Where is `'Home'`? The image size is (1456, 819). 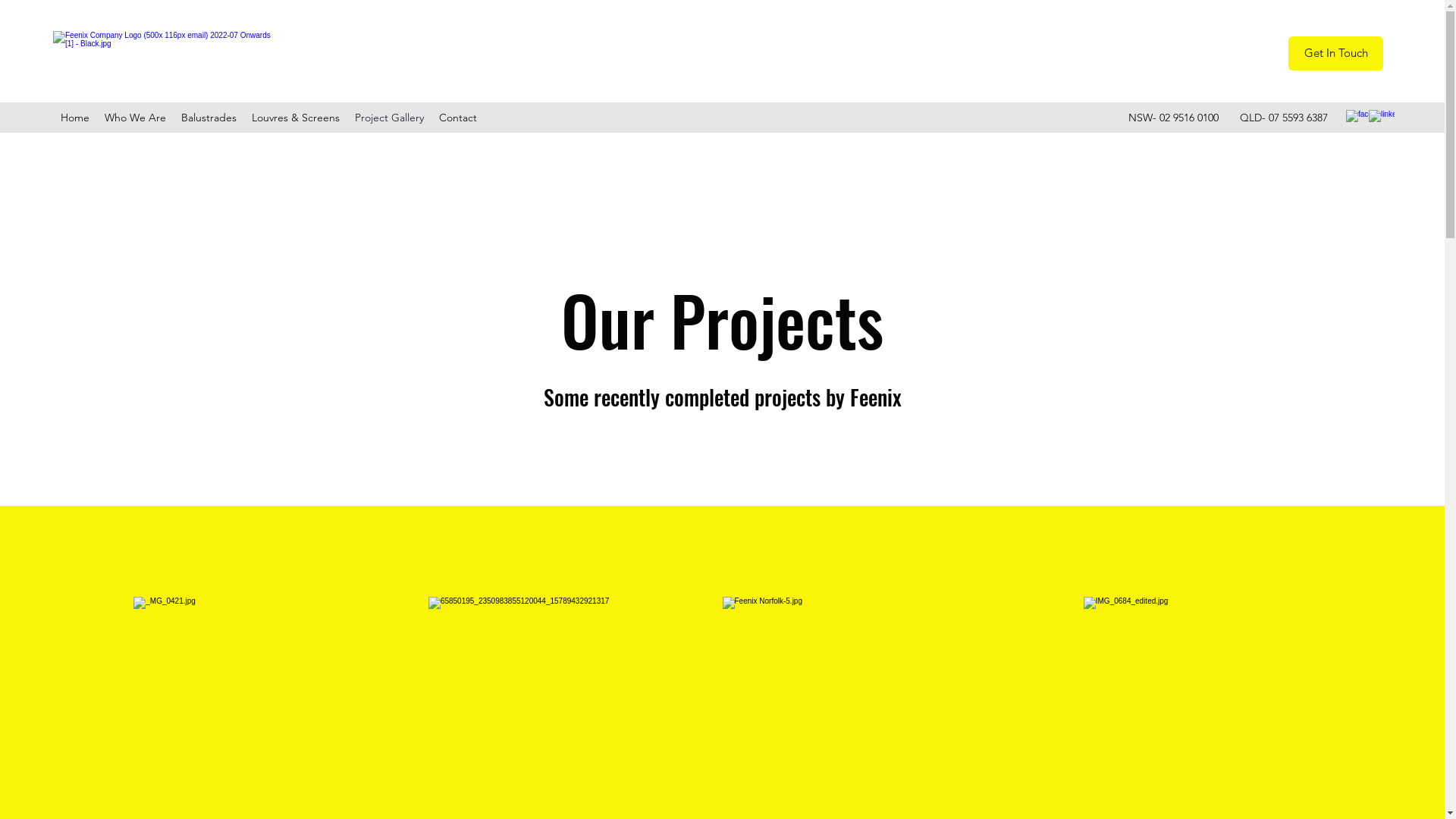 'Home' is located at coordinates (53, 116).